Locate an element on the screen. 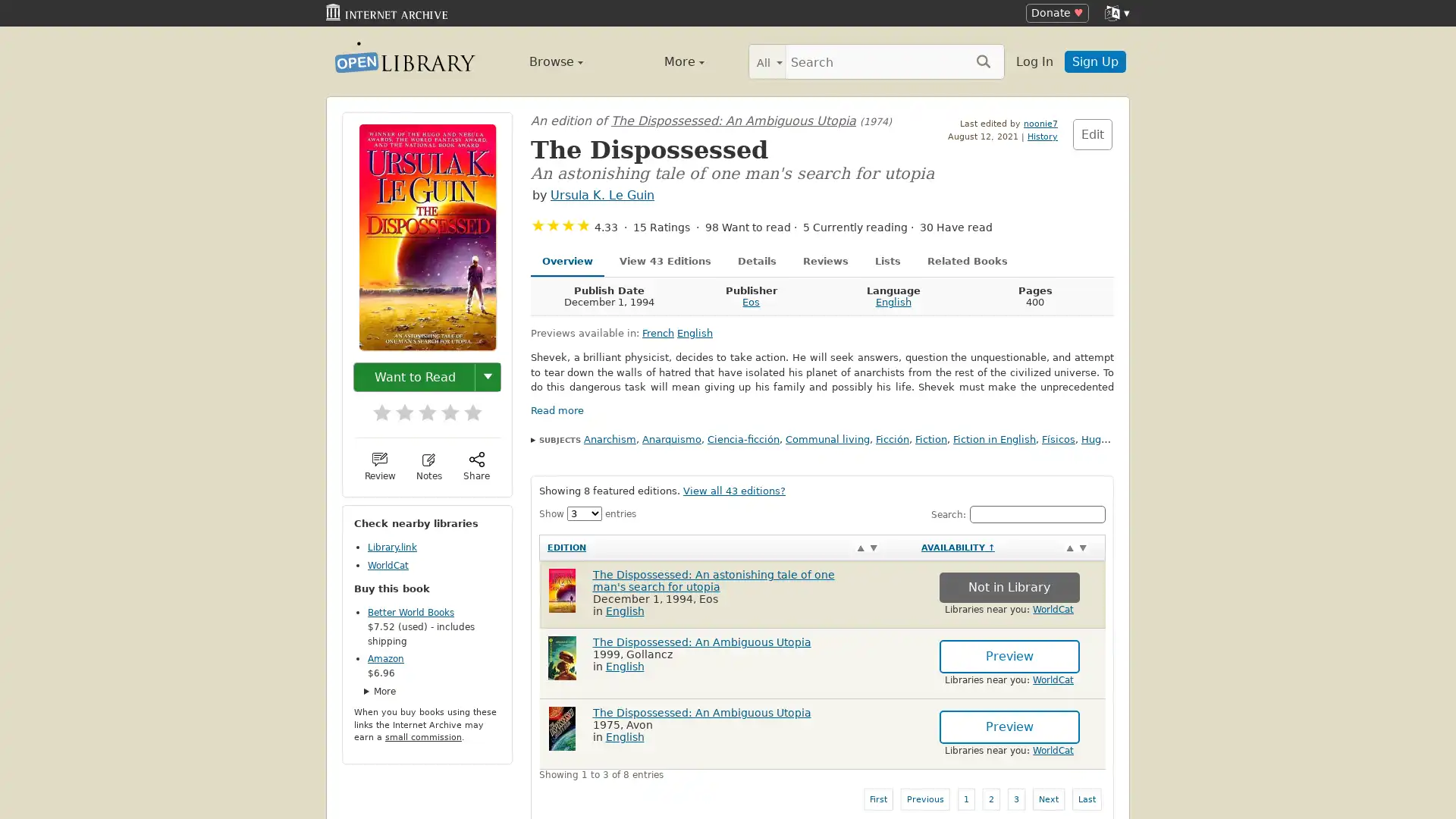 This screenshot has height=819, width=1456. 3 is located at coordinates (419, 406).